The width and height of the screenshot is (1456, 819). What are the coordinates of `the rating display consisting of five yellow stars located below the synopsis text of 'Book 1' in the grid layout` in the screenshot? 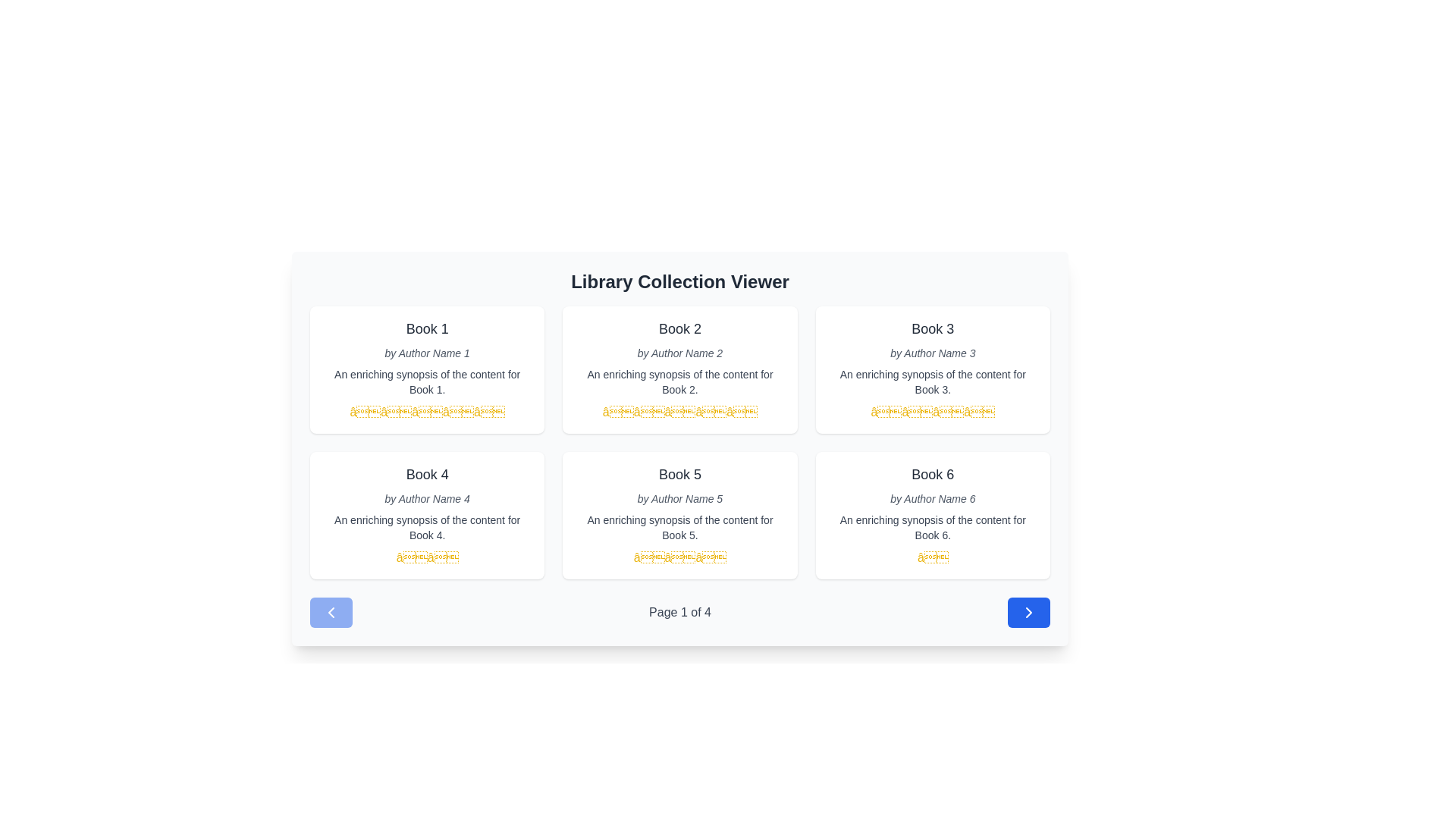 It's located at (426, 412).